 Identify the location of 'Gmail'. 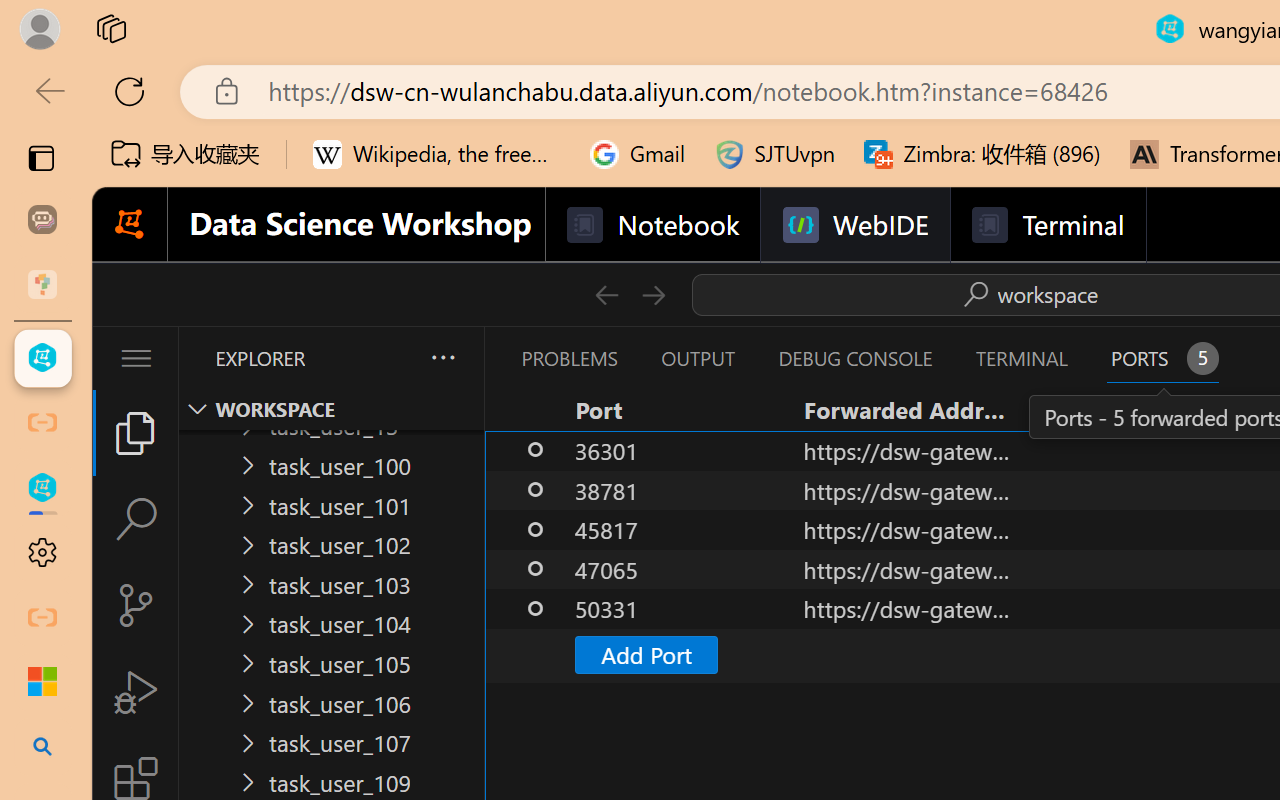
(637, 154).